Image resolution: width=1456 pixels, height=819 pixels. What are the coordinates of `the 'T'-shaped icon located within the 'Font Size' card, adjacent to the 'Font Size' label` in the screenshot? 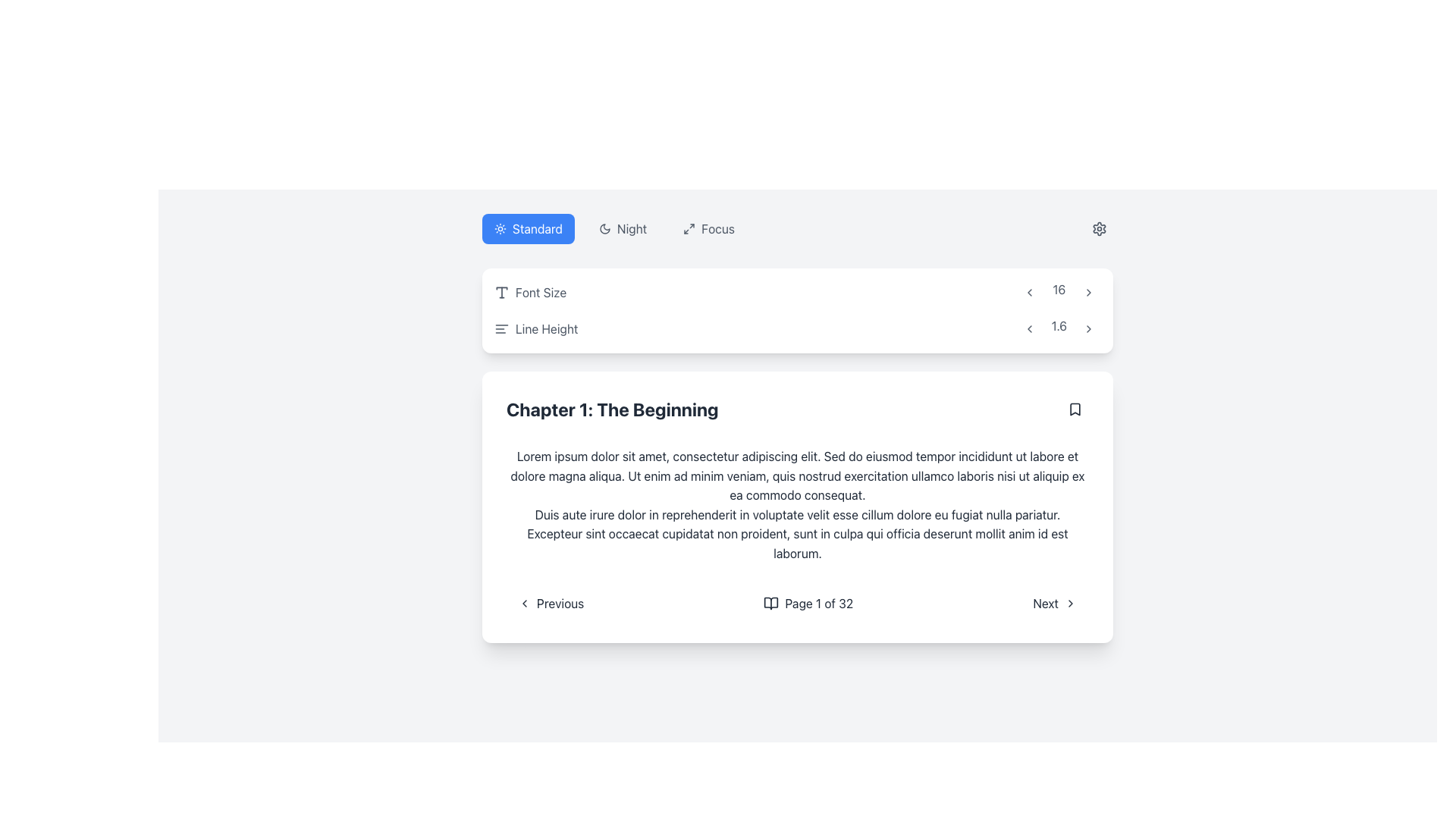 It's located at (502, 292).